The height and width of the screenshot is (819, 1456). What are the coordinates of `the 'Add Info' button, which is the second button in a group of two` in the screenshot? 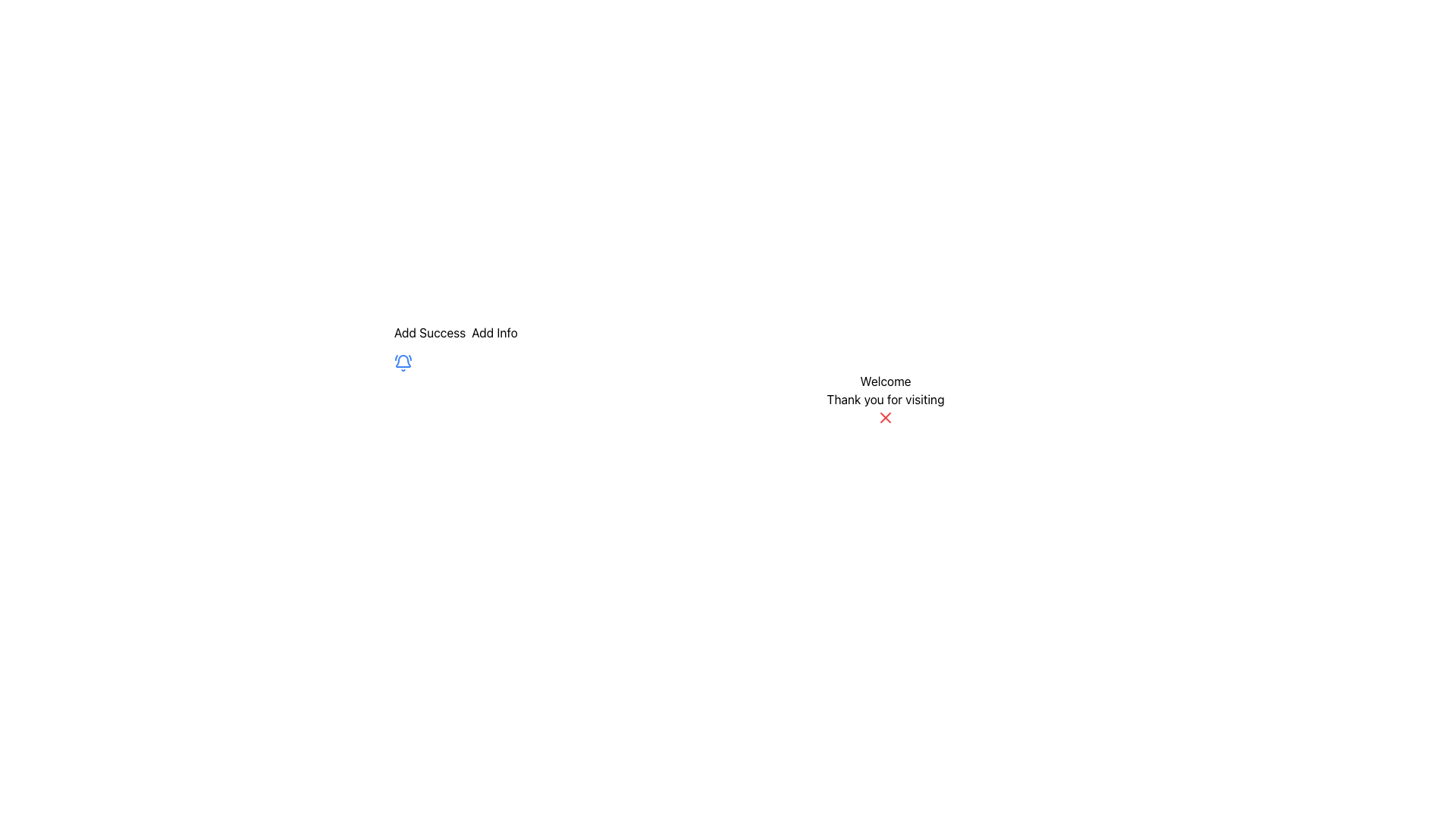 It's located at (494, 332).